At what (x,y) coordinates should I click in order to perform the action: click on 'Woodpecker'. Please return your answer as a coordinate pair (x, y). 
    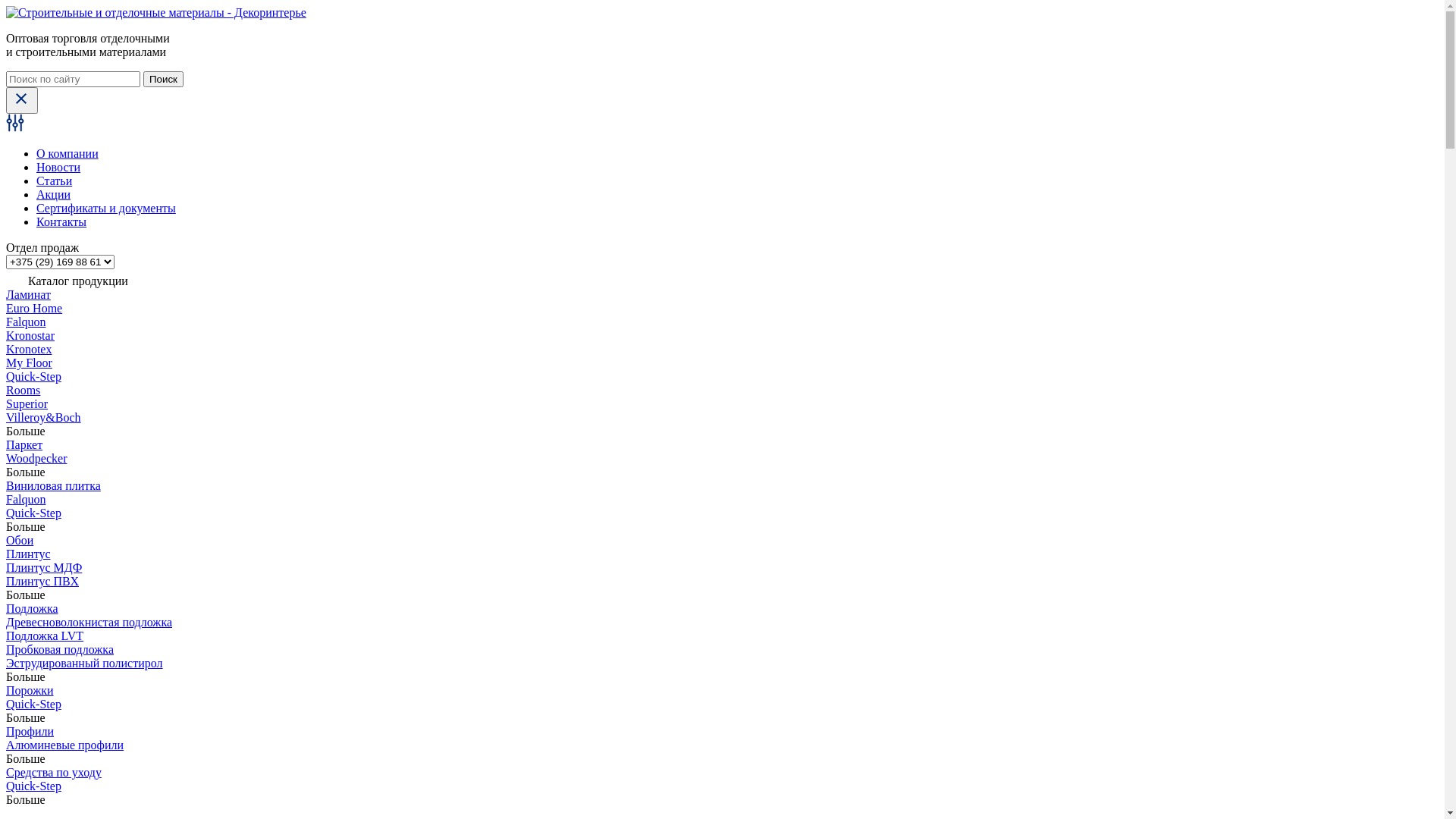
    Looking at the image, I should click on (36, 457).